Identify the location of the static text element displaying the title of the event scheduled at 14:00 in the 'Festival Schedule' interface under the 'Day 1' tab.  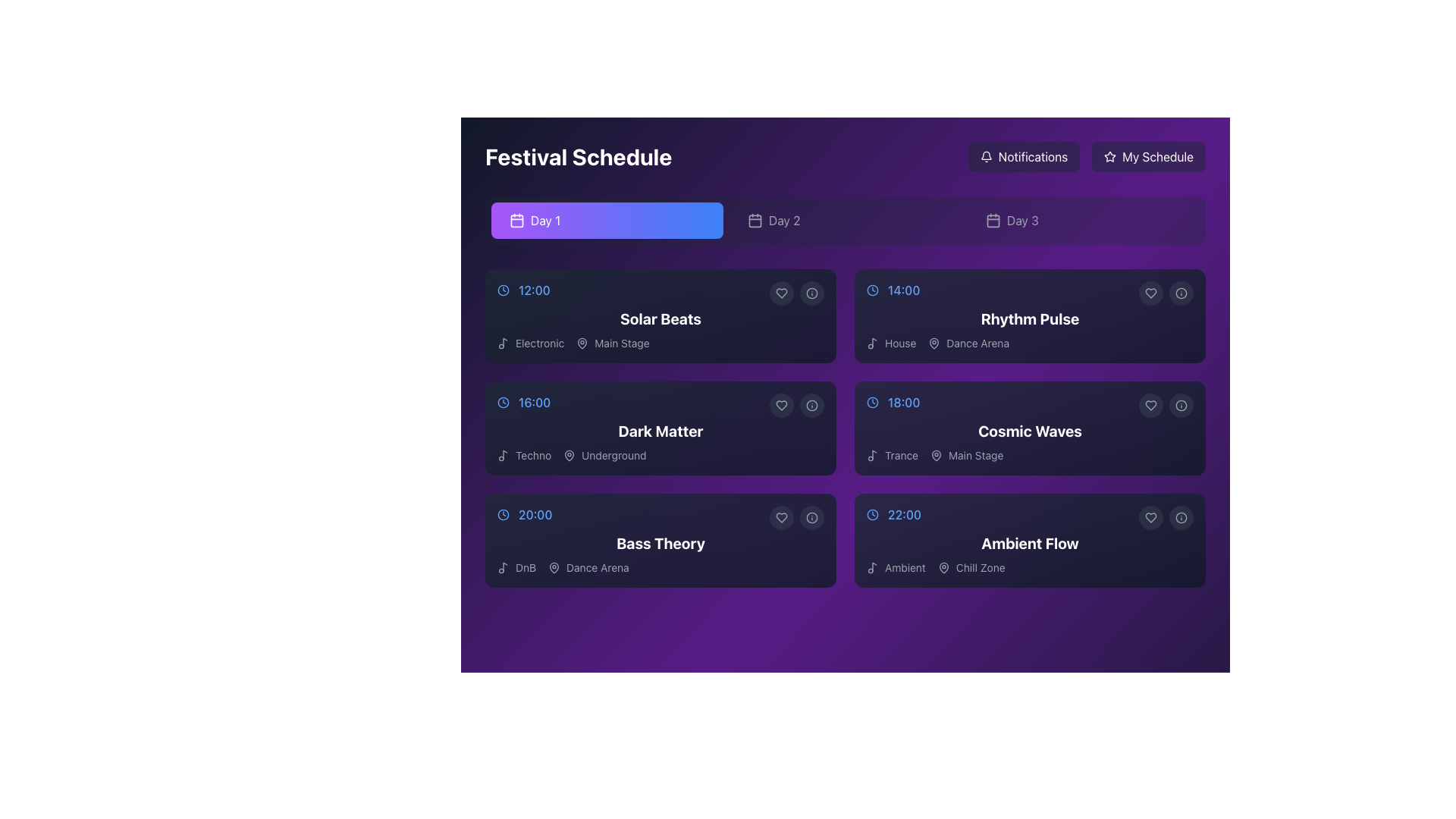
(1030, 318).